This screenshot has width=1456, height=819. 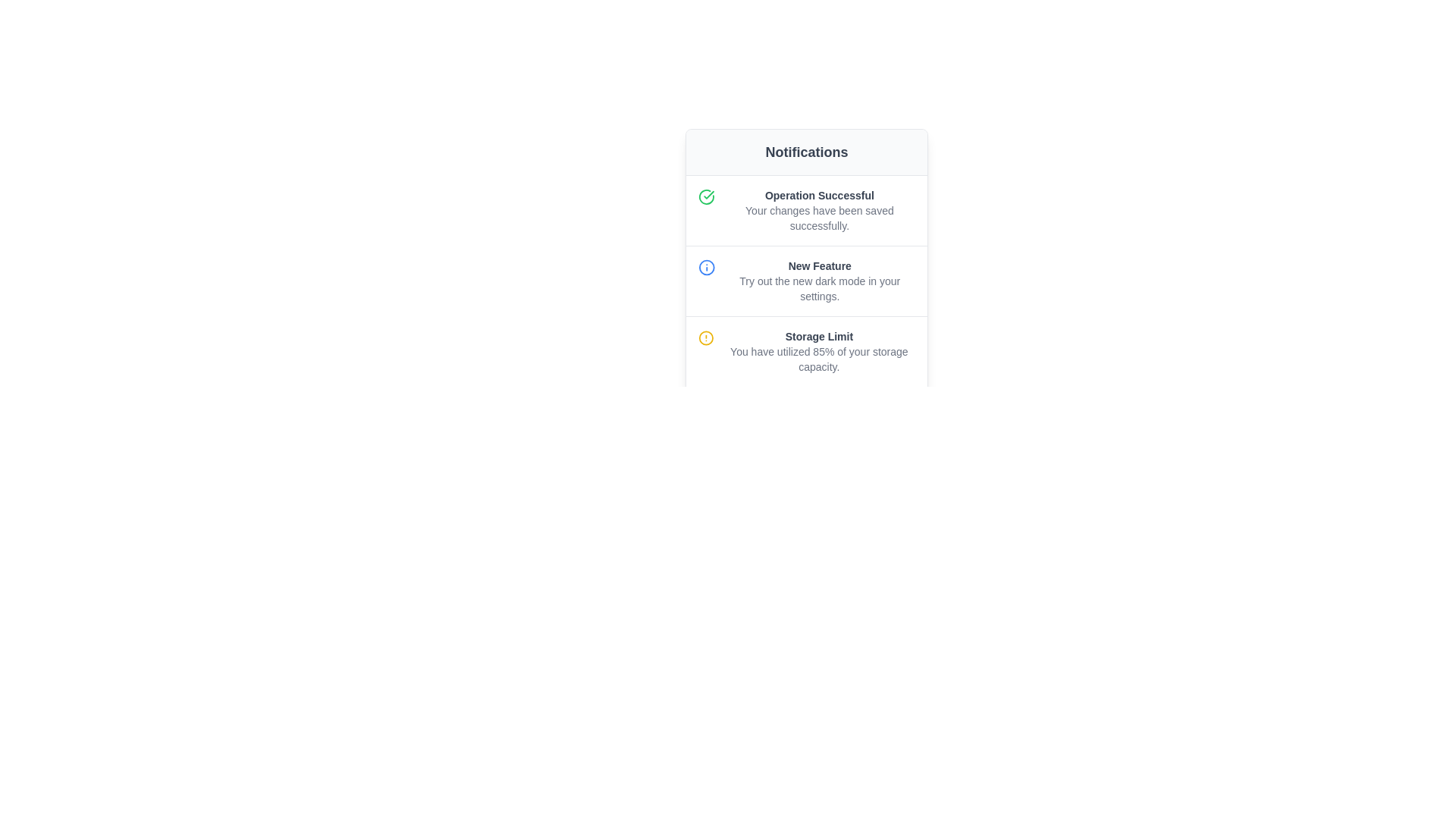 I want to click on the third notification entry in the list that informs the user about 85% storage usage, positioned between 'New Feature' and 'Action Required', so click(x=806, y=351).